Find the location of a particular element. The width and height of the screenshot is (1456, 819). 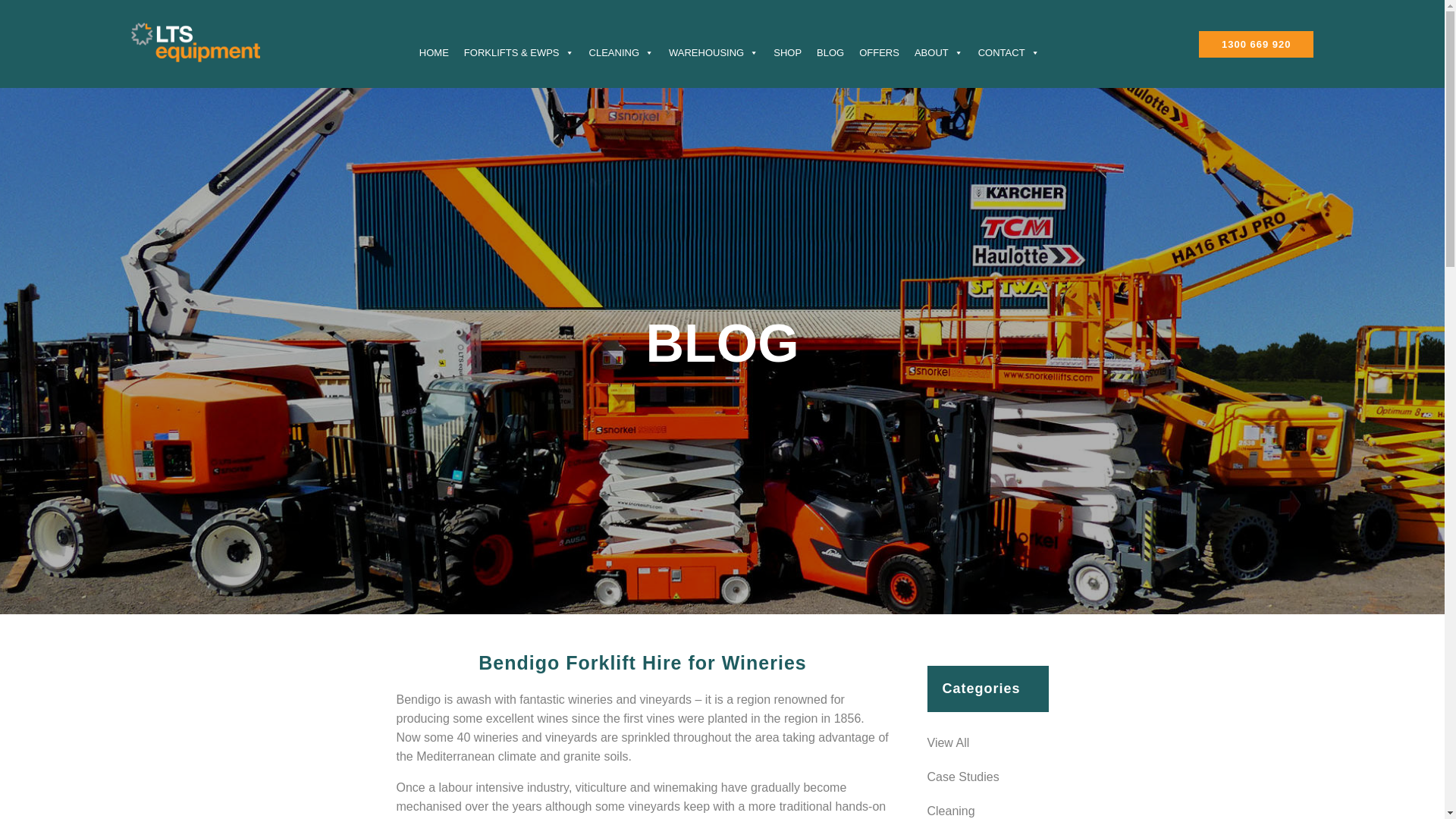

'View All' is located at coordinates (987, 742).